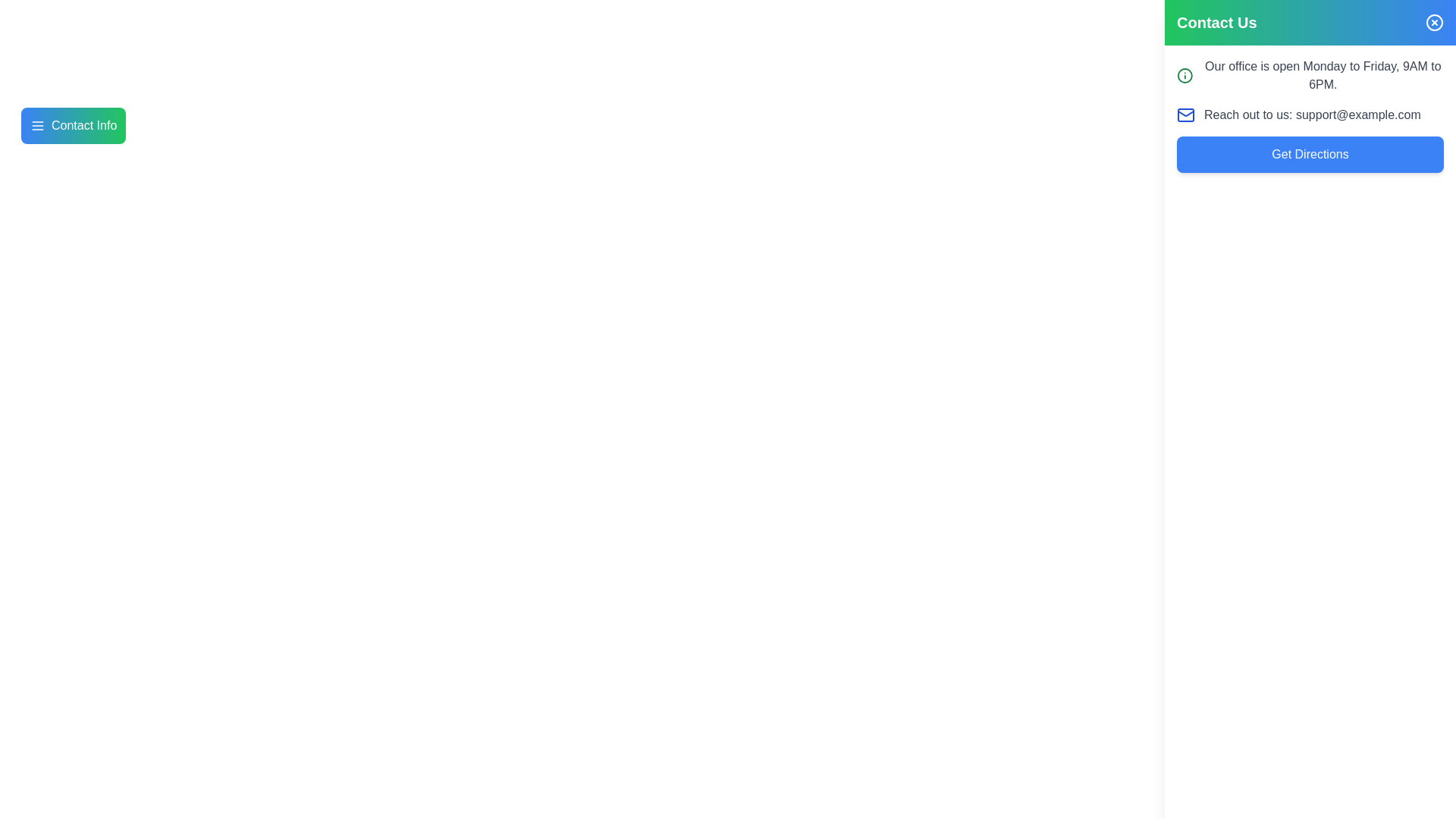 The width and height of the screenshot is (1456, 819). I want to click on the bold 'Contact Us' text label located in the upper-right corner of the header with a green-to-blue gradient background, so click(1216, 23).